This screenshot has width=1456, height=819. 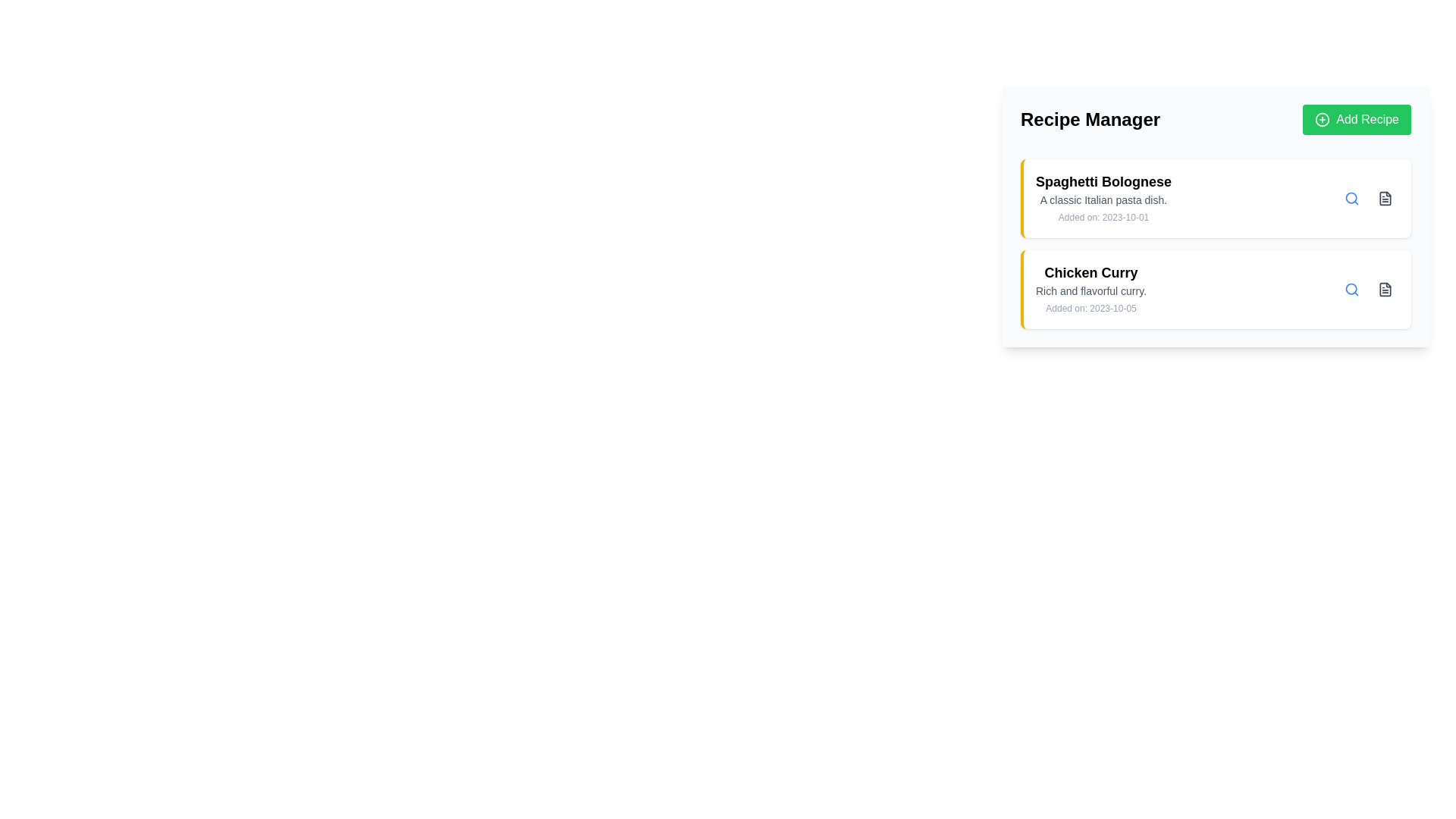 What do you see at coordinates (1385, 198) in the screenshot?
I see `the second button with a file-oriented icon located in the right section of the 'Spaghetti Bolognese' card` at bounding box center [1385, 198].